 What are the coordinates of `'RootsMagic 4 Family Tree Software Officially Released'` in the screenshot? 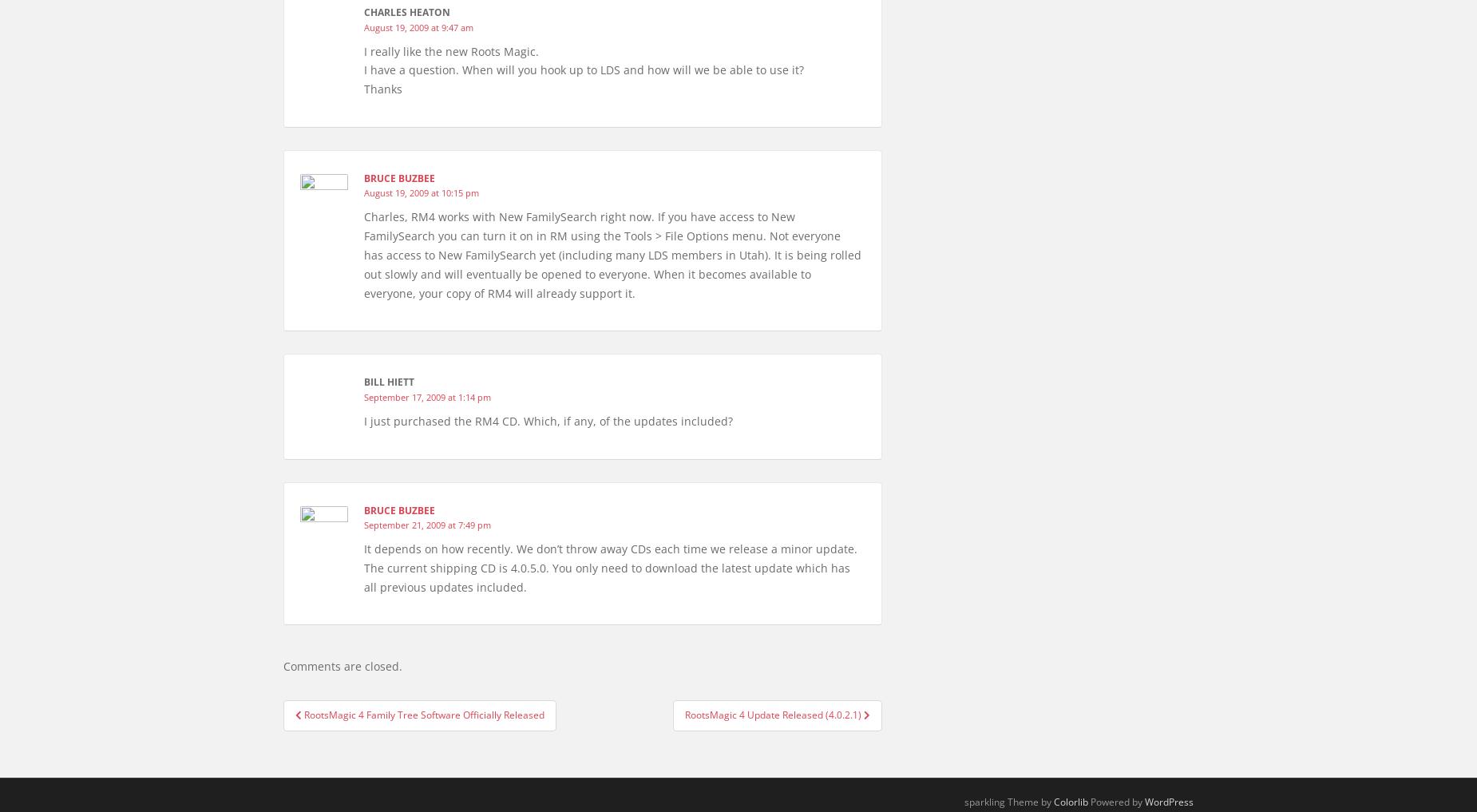 It's located at (424, 715).